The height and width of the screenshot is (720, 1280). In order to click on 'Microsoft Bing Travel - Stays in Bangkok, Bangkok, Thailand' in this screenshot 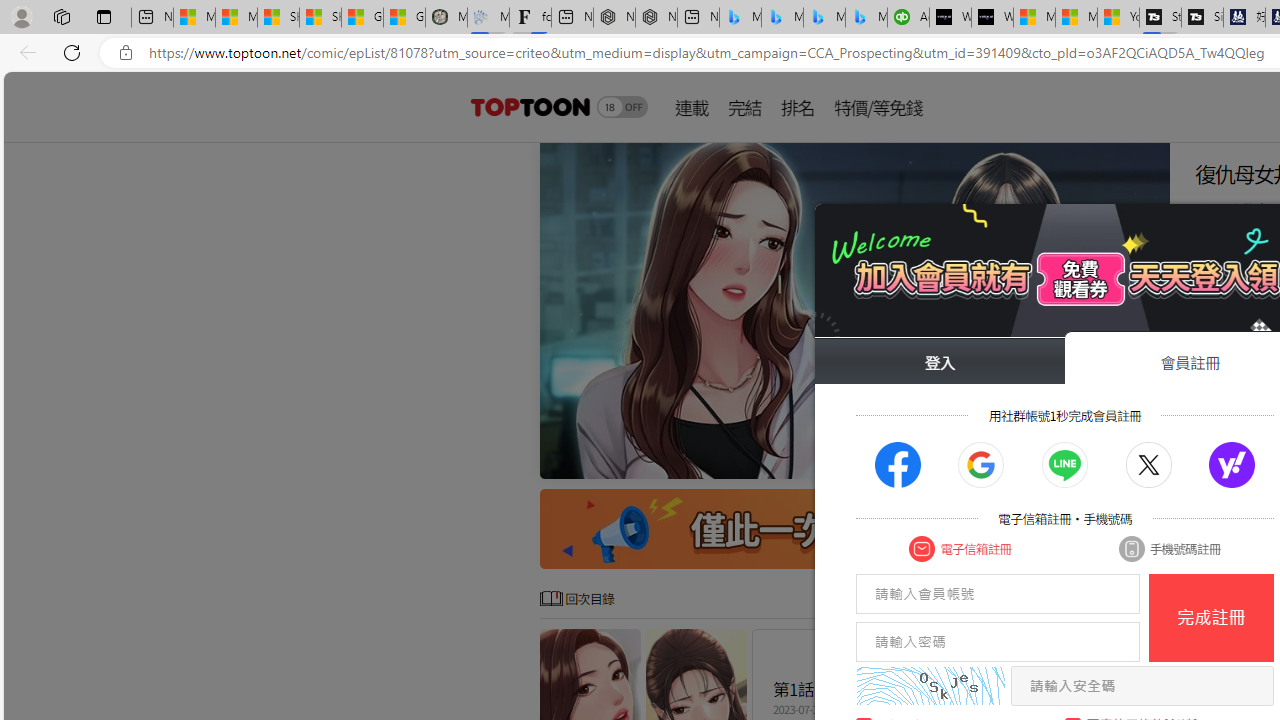, I will do `click(781, 17)`.